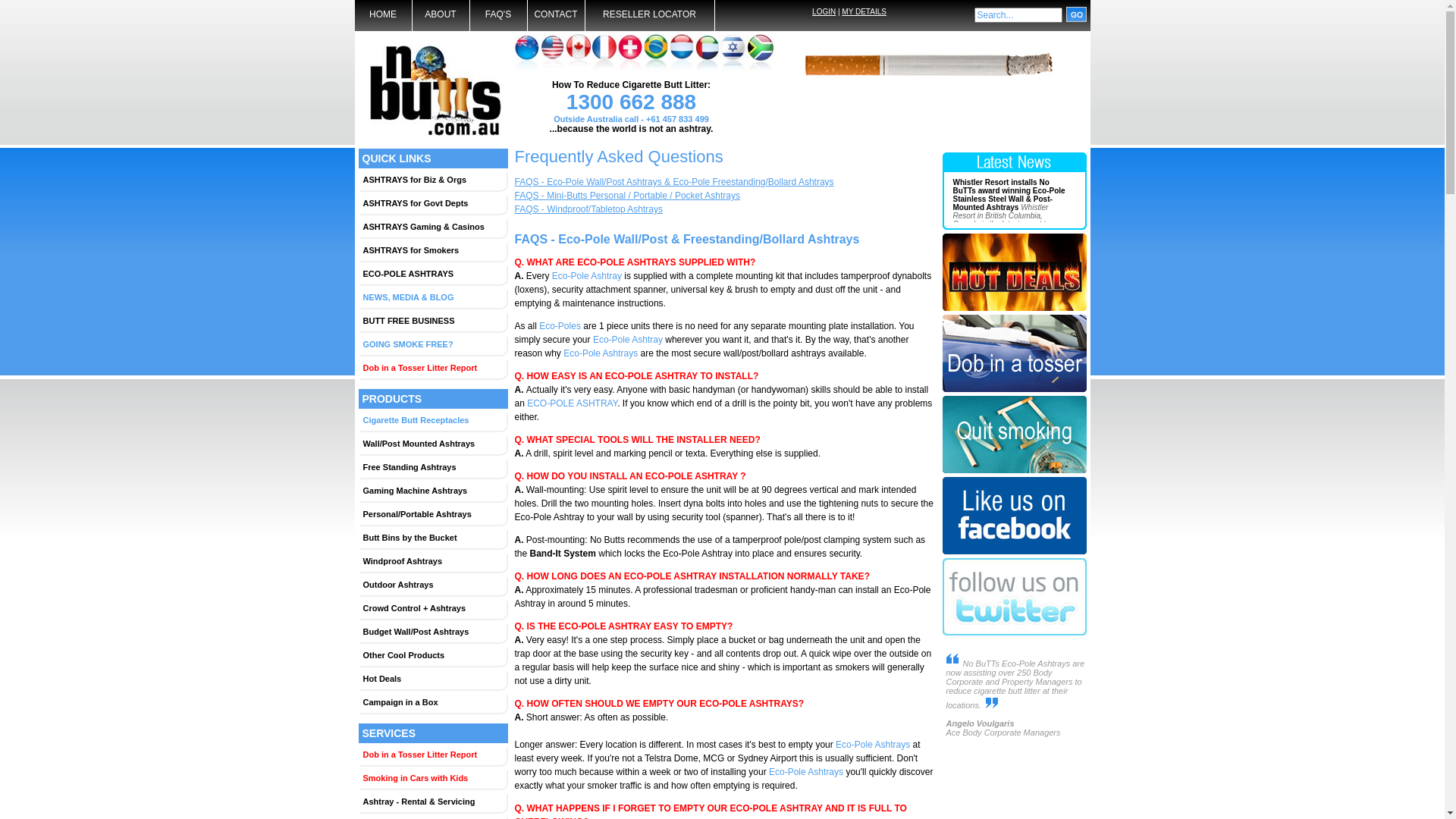 This screenshot has width=1456, height=819. What do you see at coordinates (383, 15) in the screenshot?
I see `'HOME'` at bounding box center [383, 15].